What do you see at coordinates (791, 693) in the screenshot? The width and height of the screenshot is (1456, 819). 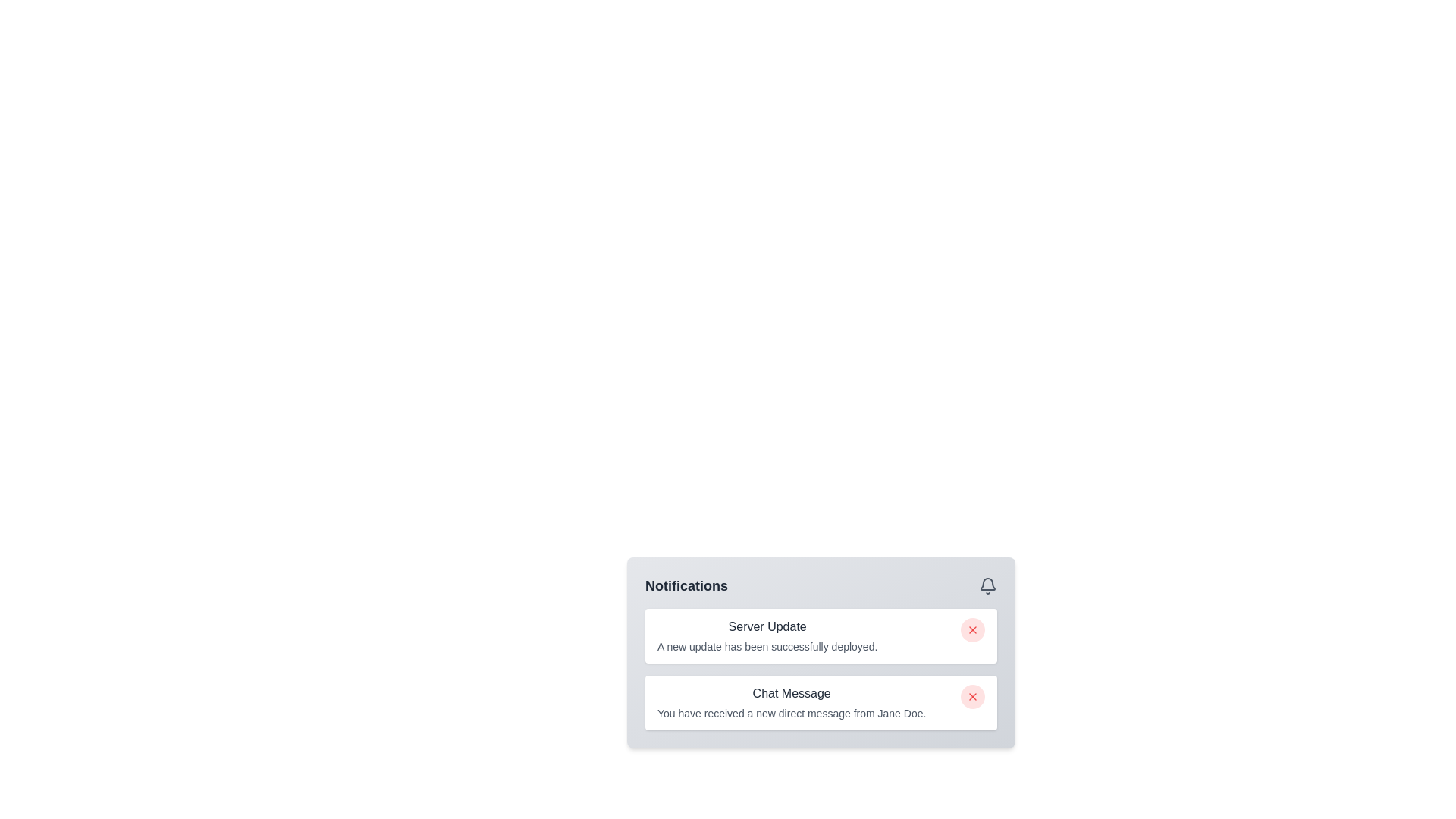 I see `the title text label of the second notification box, which serves to identify the type or subject of the notification and is positioned above the secondary text, to the right of a red delete icon` at bounding box center [791, 693].